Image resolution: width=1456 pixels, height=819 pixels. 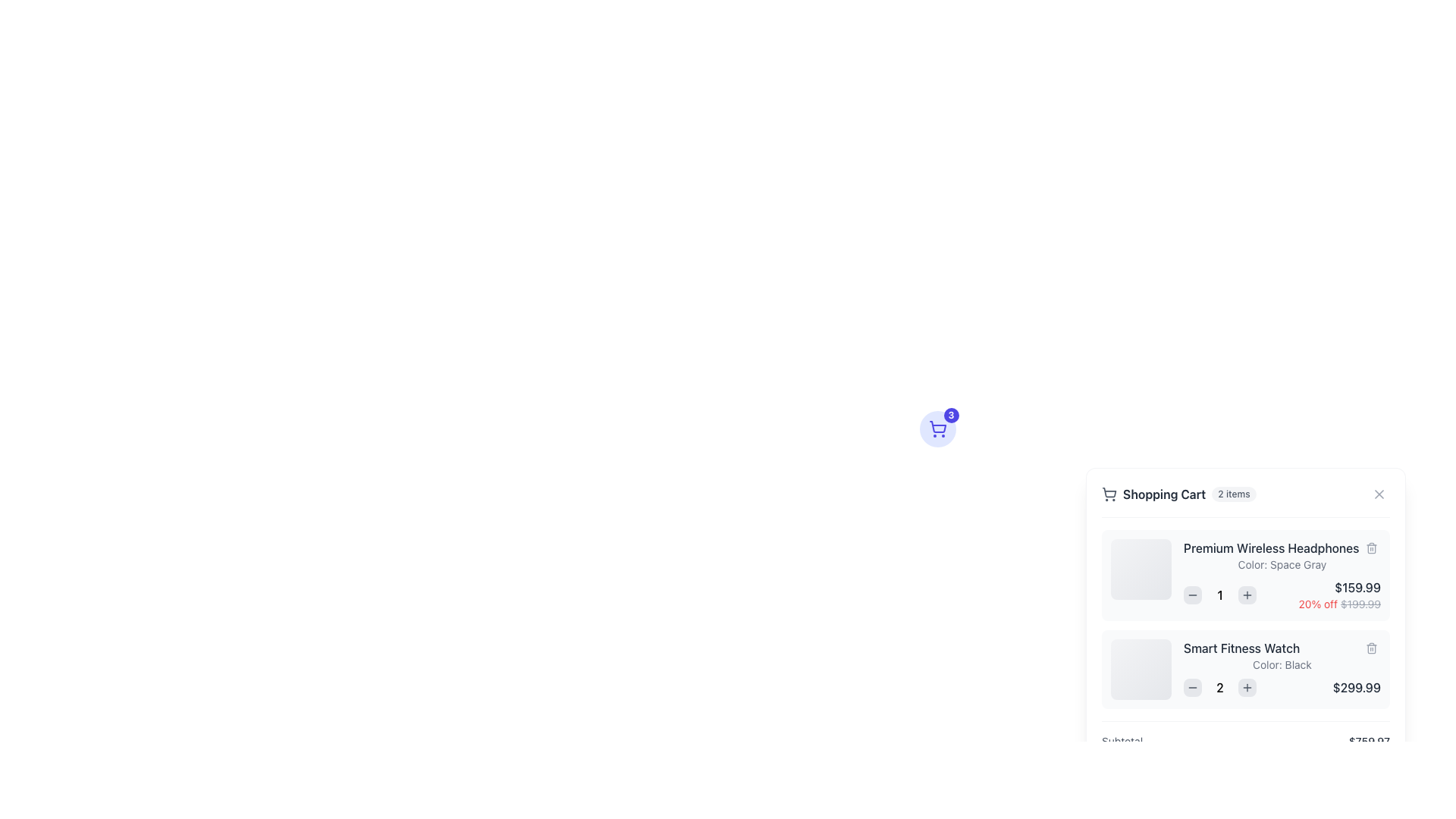 I want to click on the text label displaying 'Premium Wireless Headphones' in the Shopping Cart section, which is the first row in the item list, so click(x=1271, y=548).